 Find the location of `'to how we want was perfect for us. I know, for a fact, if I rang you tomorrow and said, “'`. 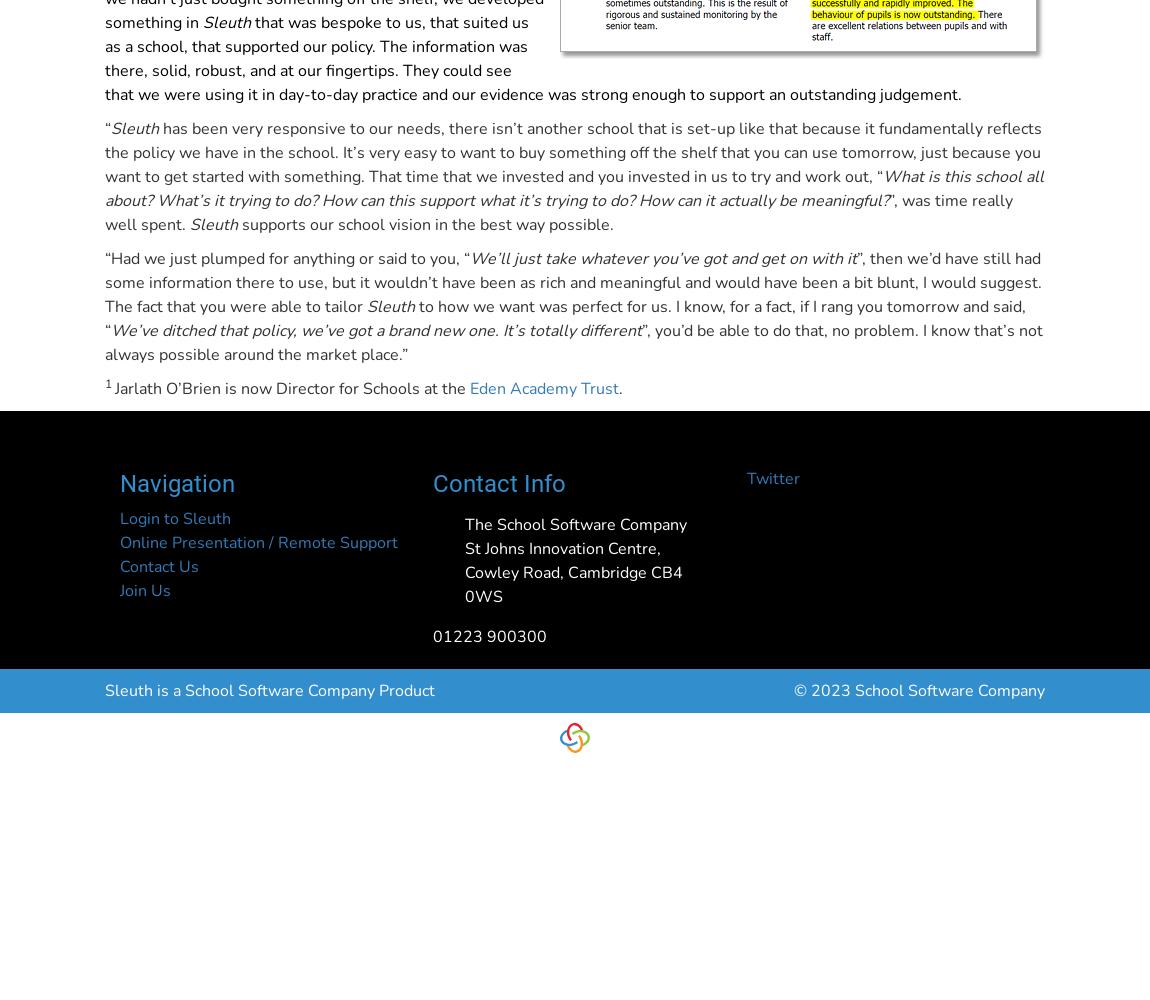

'to how we want was perfect for us. I know, for a fact, if I rang you tomorrow and said, “' is located at coordinates (565, 318).